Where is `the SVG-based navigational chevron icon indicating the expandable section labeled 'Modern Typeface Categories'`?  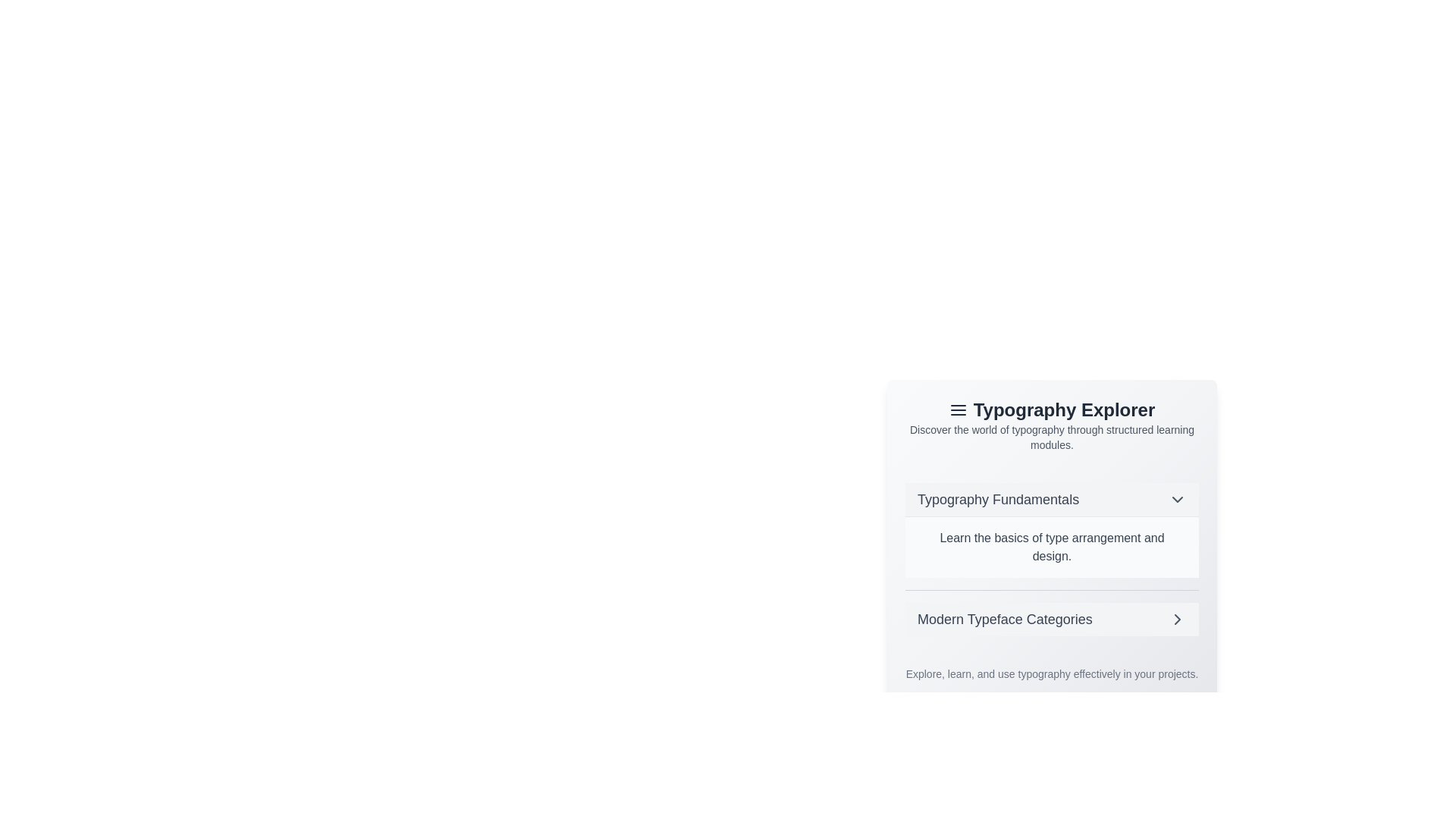 the SVG-based navigational chevron icon indicating the expandable section labeled 'Modern Typeface Categories' is located at coordinates (1177, 620).